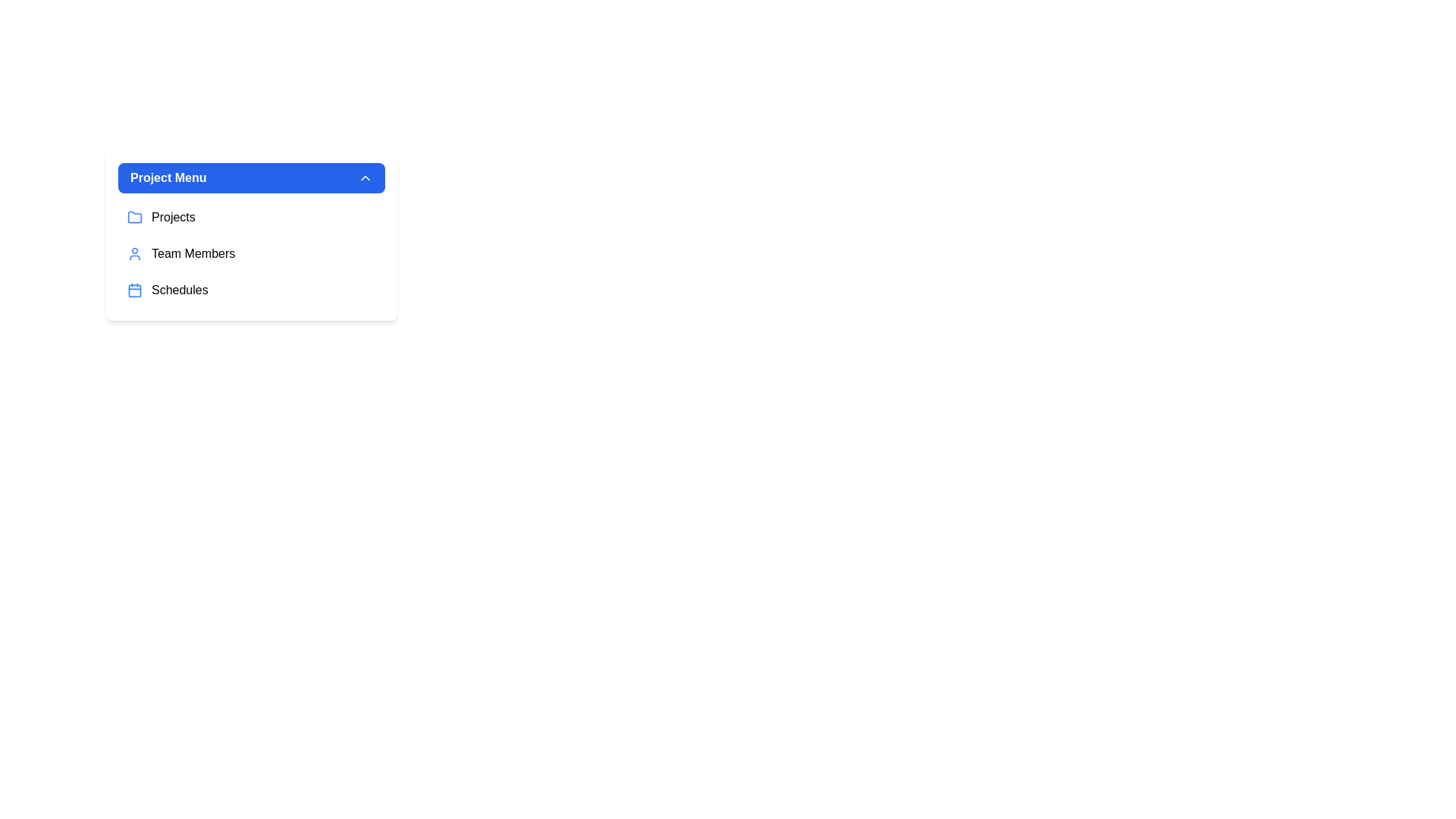 This screenshot has width=1456, height=819. I want to click on the 'Project Menu' button to toggle the menu's open/close state, so click(251, 177).